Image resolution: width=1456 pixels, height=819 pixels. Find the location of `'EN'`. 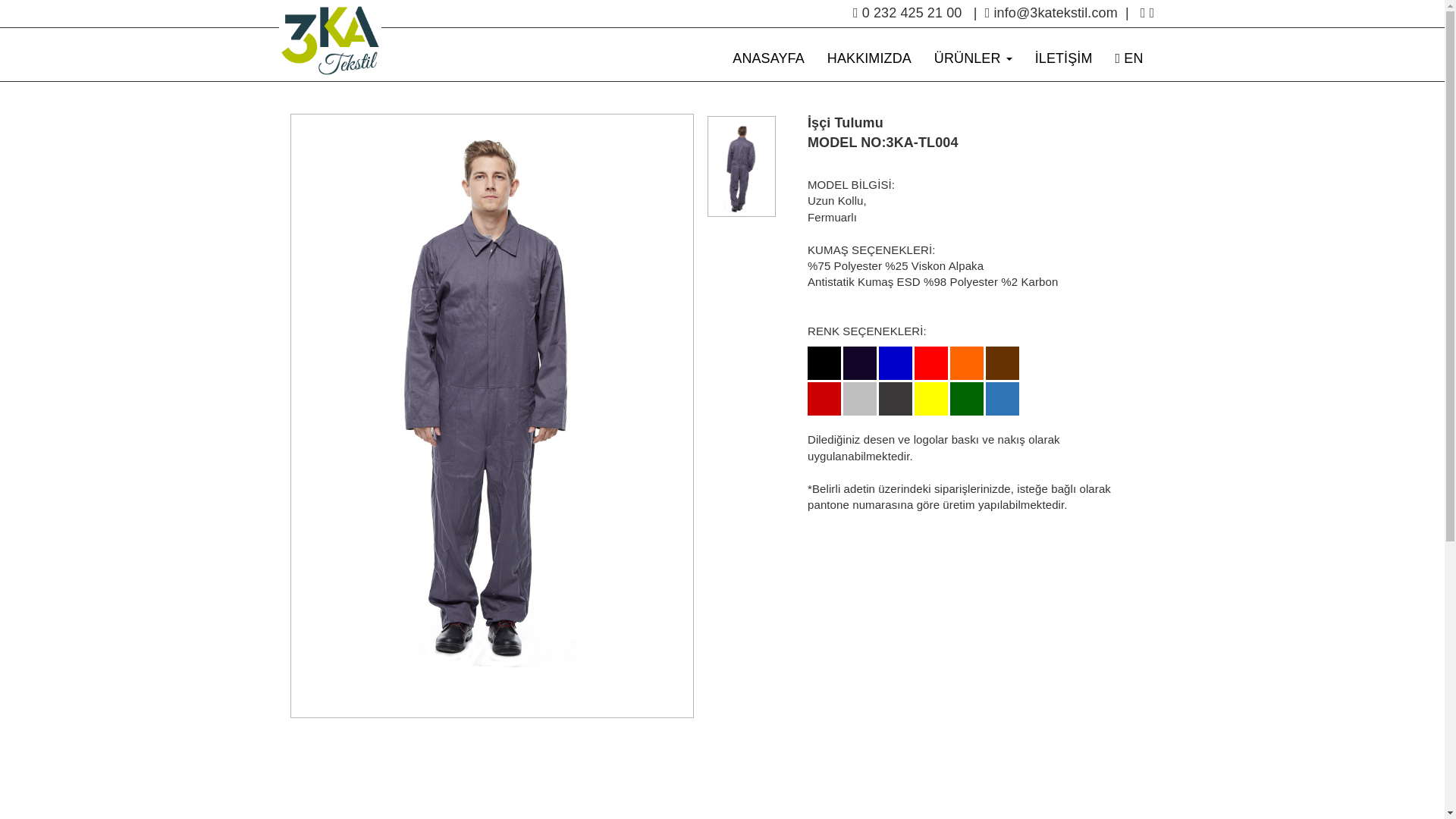

'EN' is located at coordinates (1129, 58).